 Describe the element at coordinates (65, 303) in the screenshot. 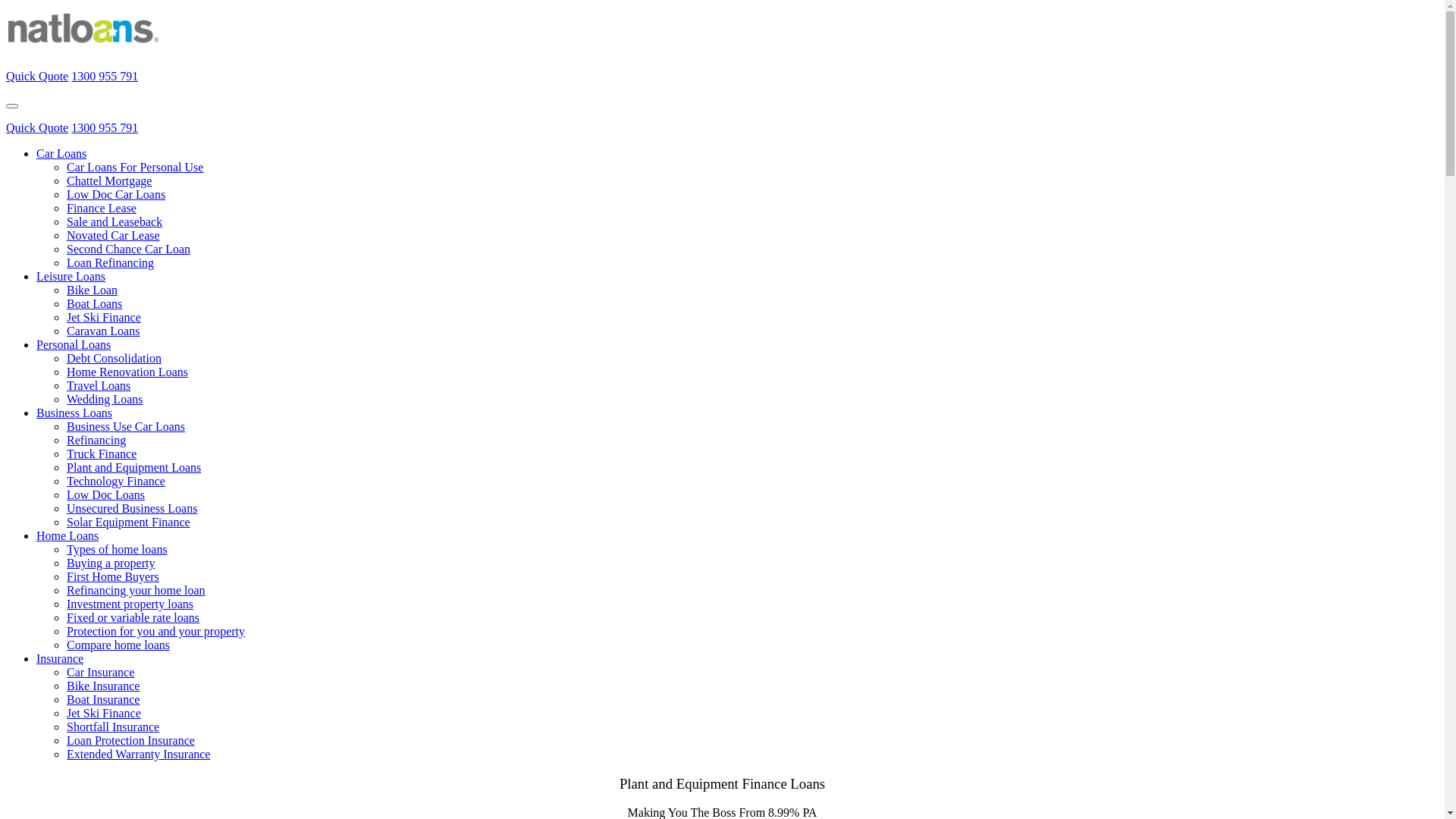

I see `'Boat Loans'` at that location.